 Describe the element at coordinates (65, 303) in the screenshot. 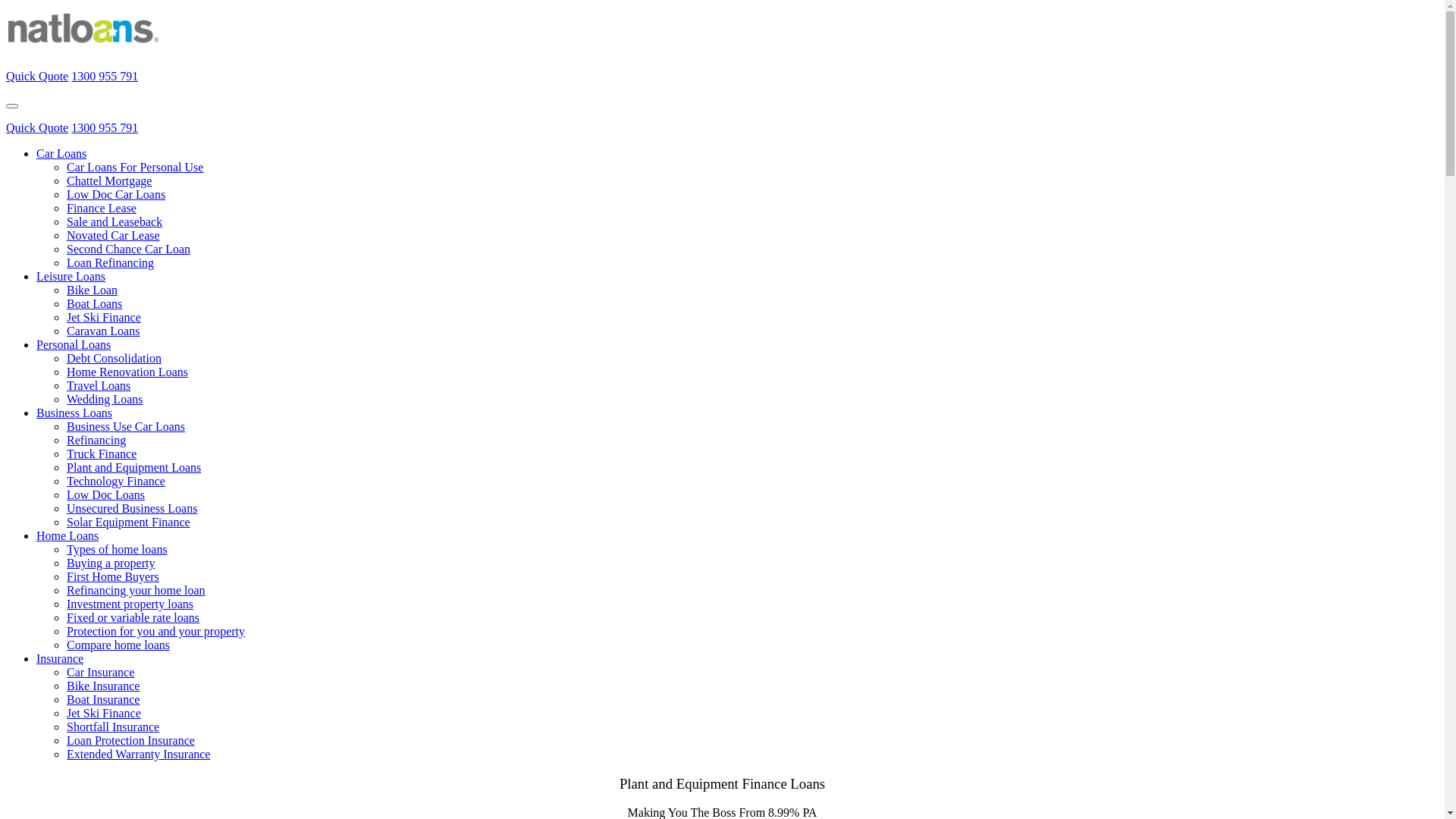

I see `'Boat Loans'` at that location.